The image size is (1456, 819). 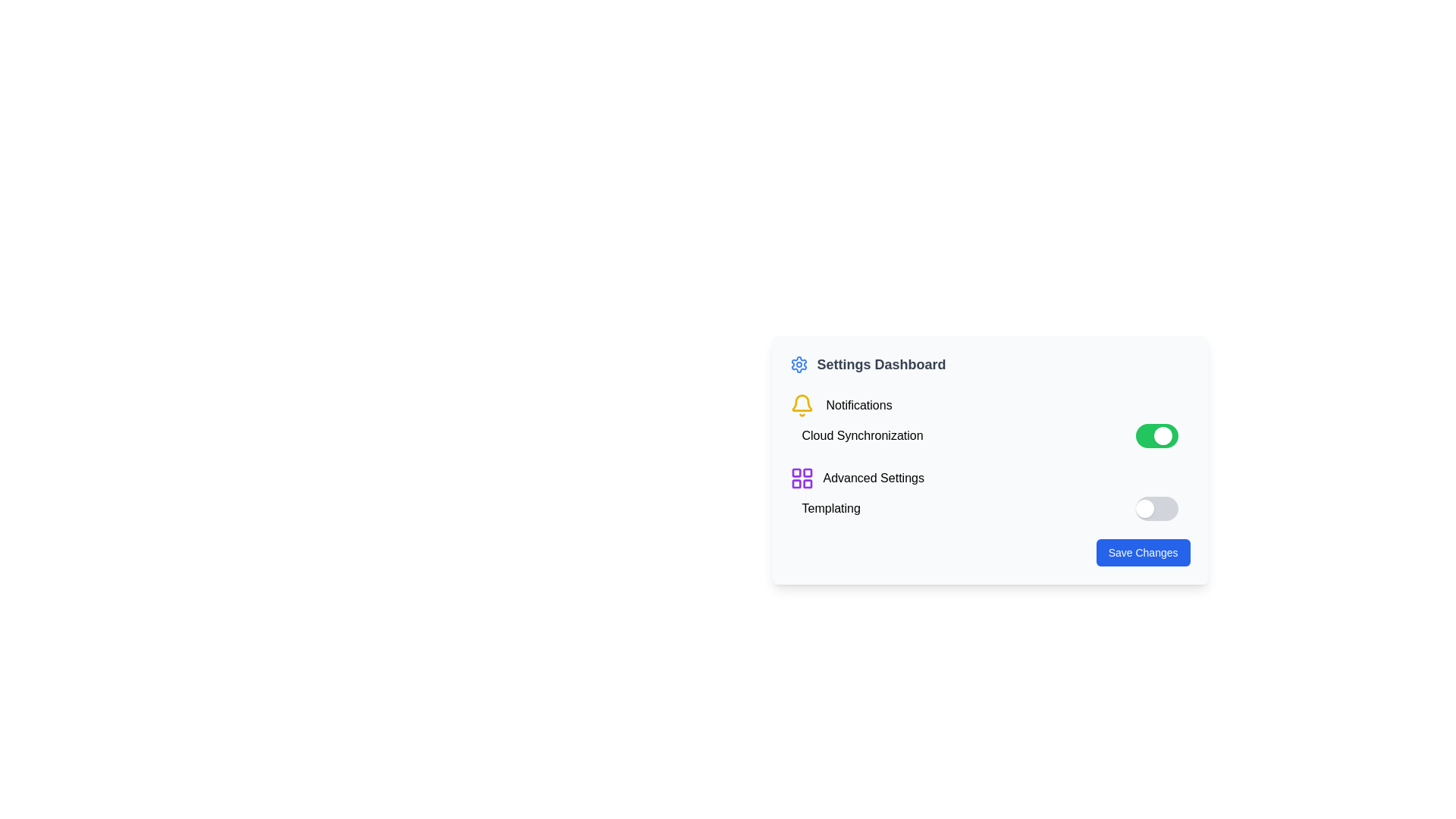 I want to click on the small circular Toggle Switch Handle located at the leftmost side of the toggle switch control below the 'Advanced Settings' text, so click(x=1144, y=509).